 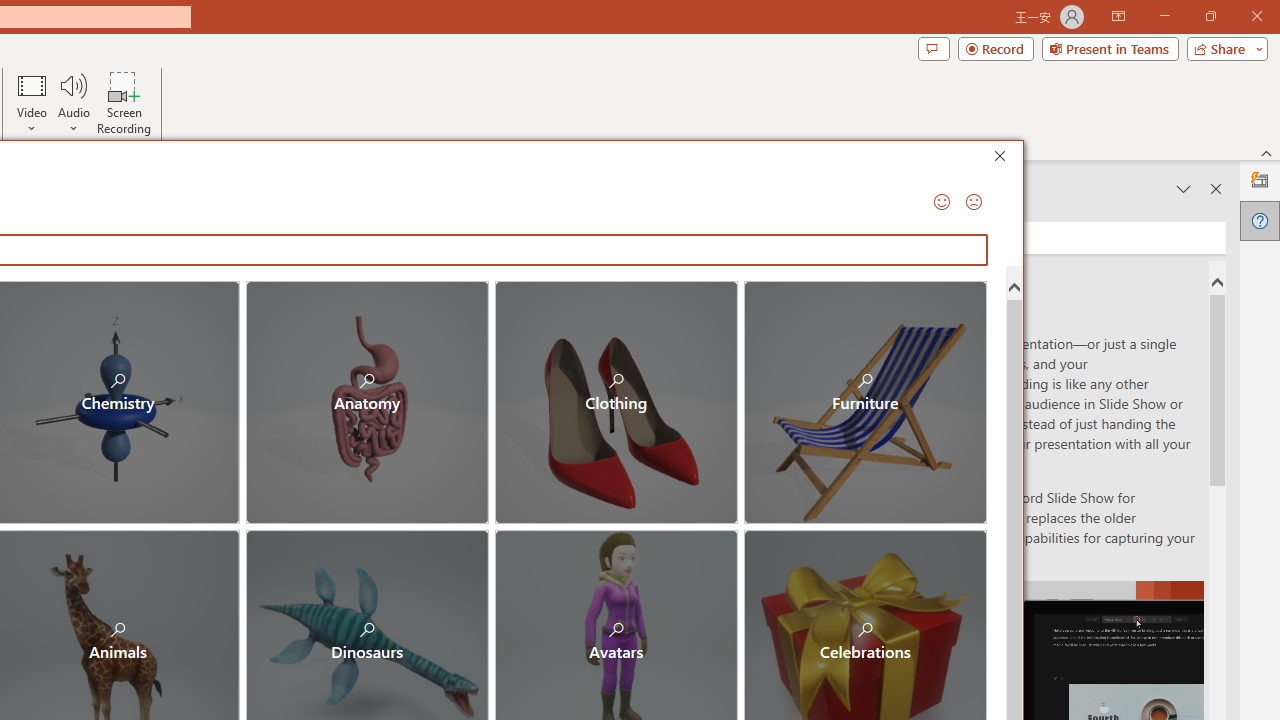 What do you see at coordinates (367, 402) in the screenshot?
I see `'Anatomy'` at bounding box center [367, 402].